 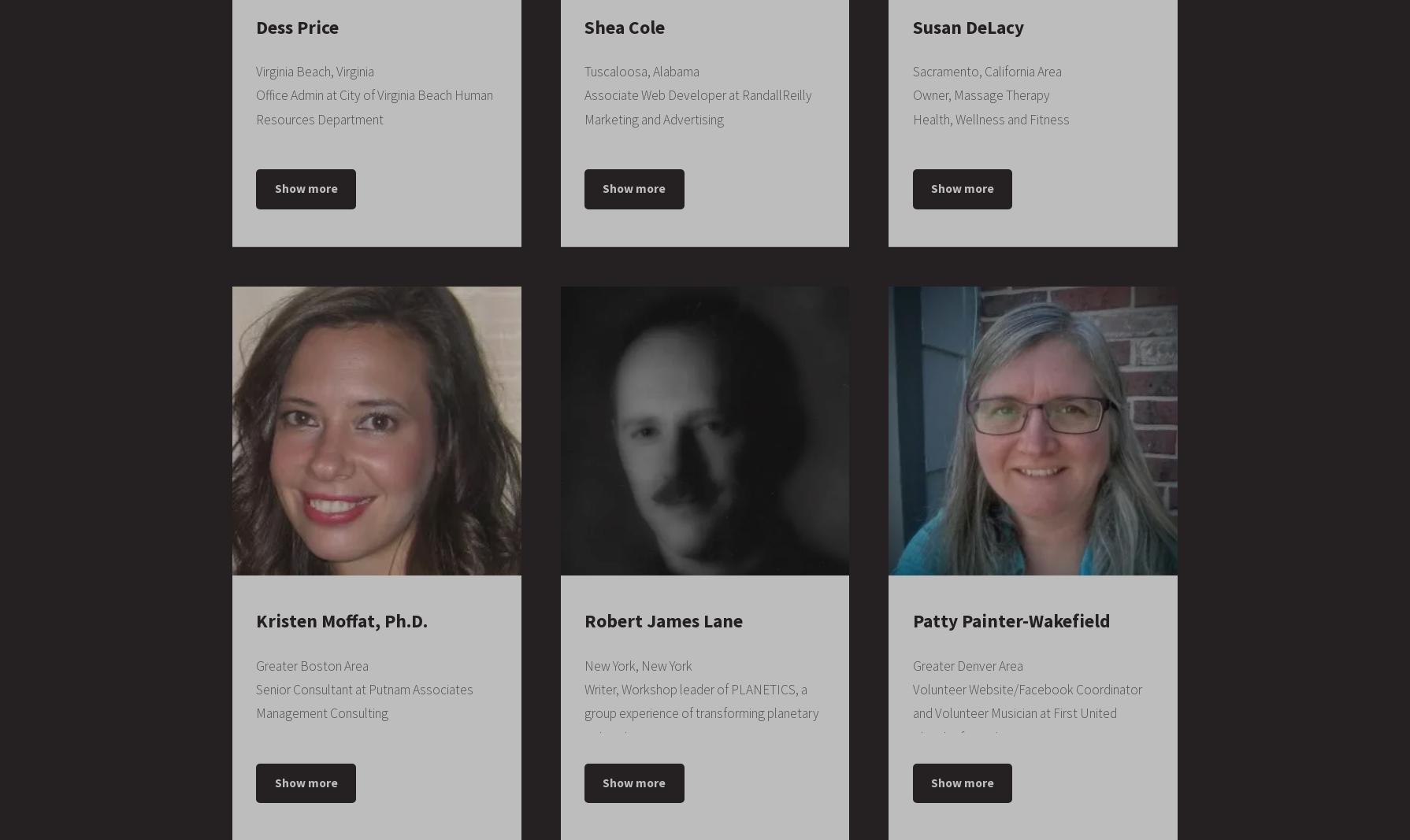 What do you see at coordinates (1032, 109) in the screenshot?
I see `'June 2002 – Present'` at bounding box center [1032, 109].